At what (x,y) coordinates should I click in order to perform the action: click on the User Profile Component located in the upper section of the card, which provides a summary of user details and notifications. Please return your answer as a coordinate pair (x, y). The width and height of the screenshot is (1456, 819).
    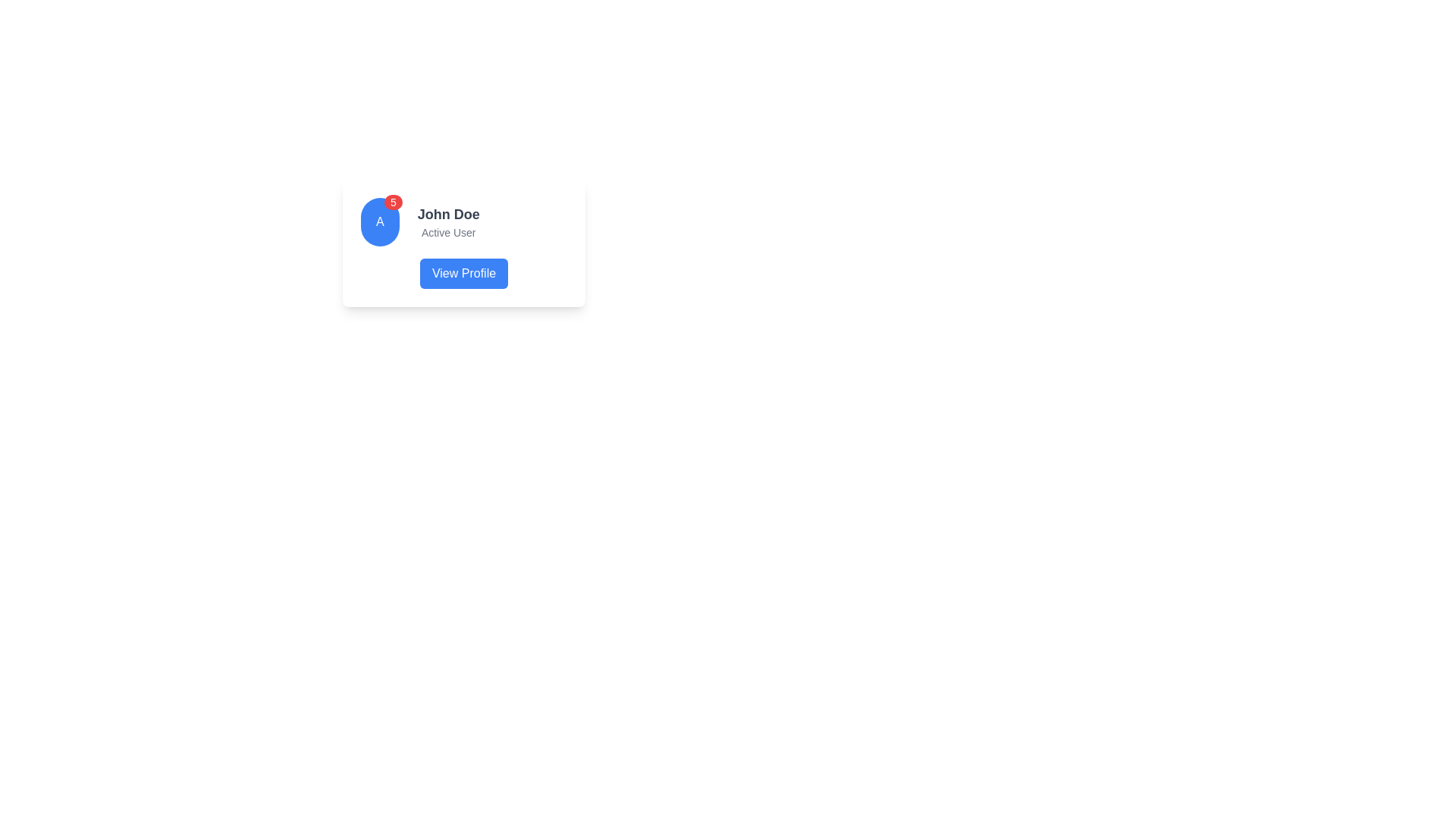
    Looking at the image, I should click on (463, 222).